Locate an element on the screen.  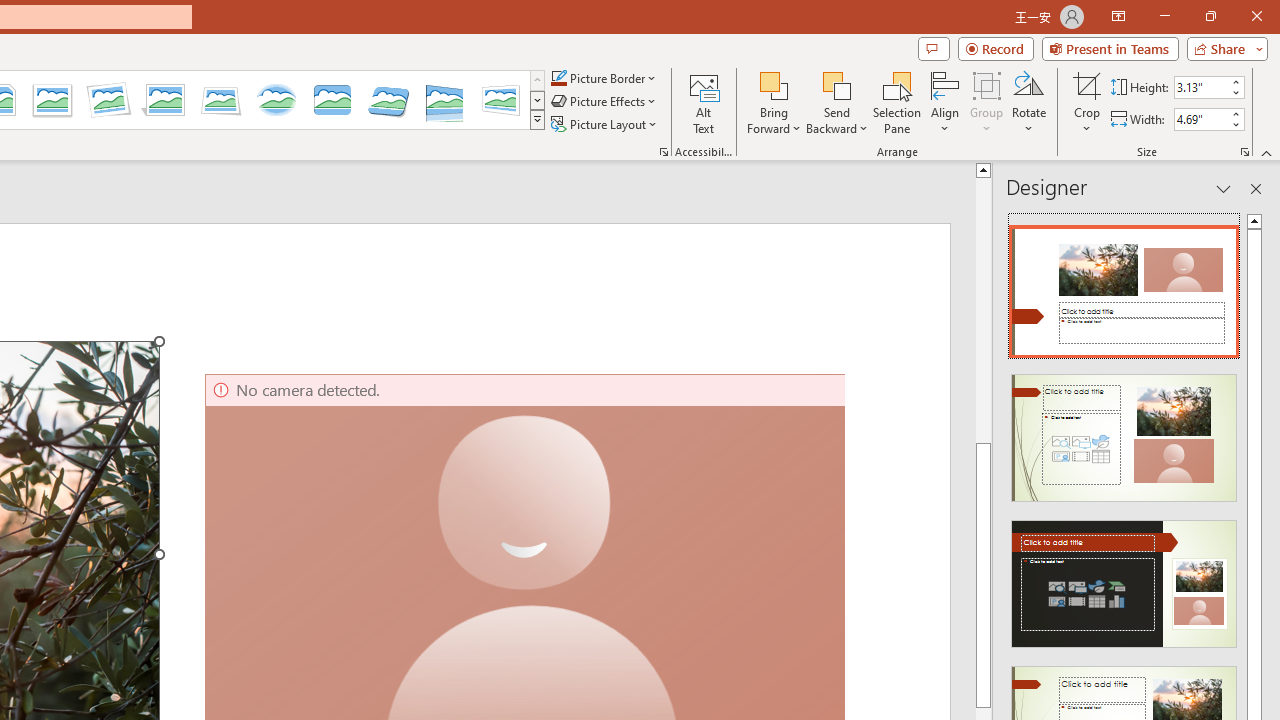
'Picture Effects' is located at coordinates (604, 101).